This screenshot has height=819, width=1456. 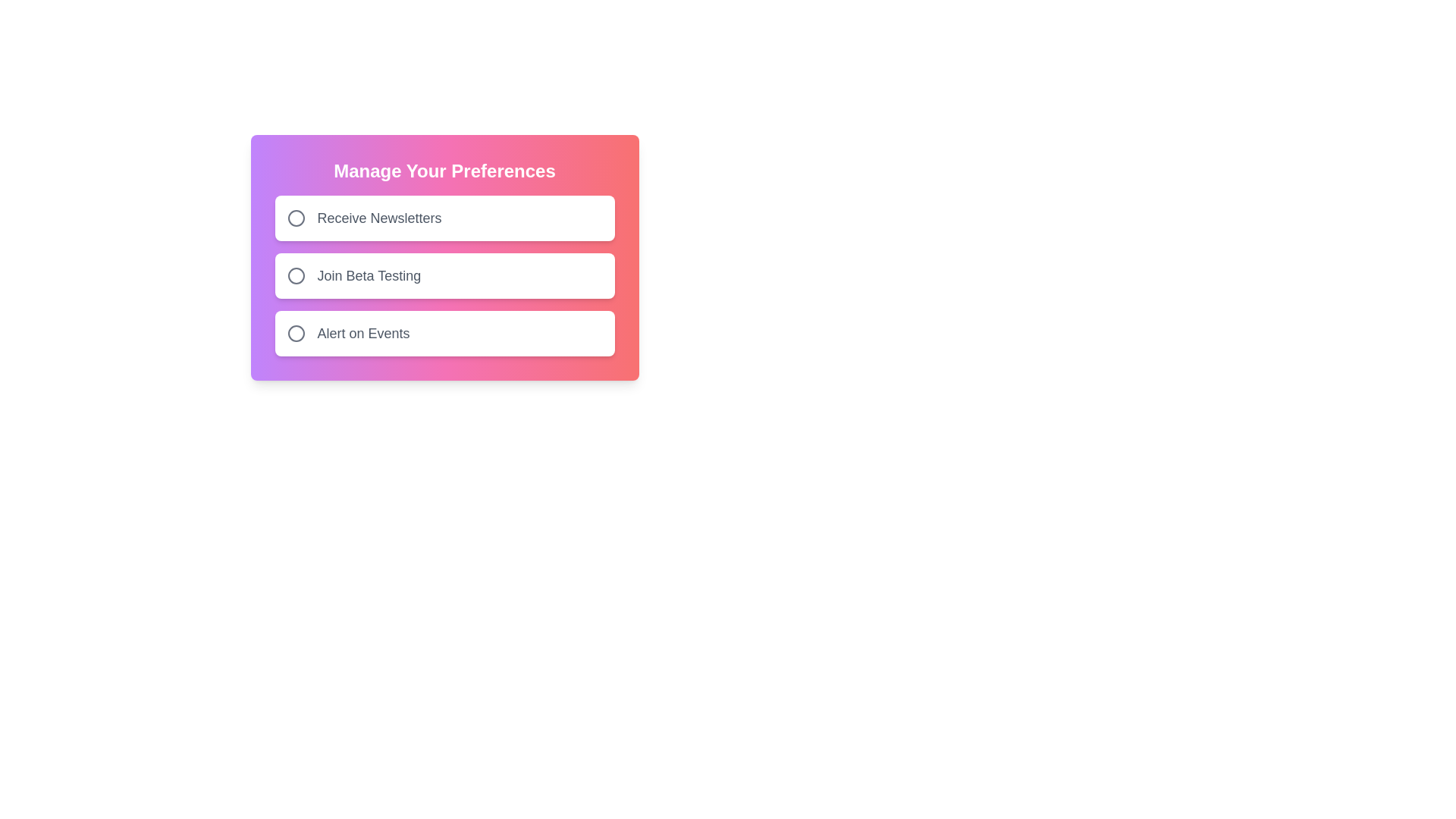 What do you see at coordinates (296, 218) in the screenshot?
I see `the circular radio button indicator for the 'Receive Newsletters' option by moving the cursor to its center` at bounding box center [296, 218].